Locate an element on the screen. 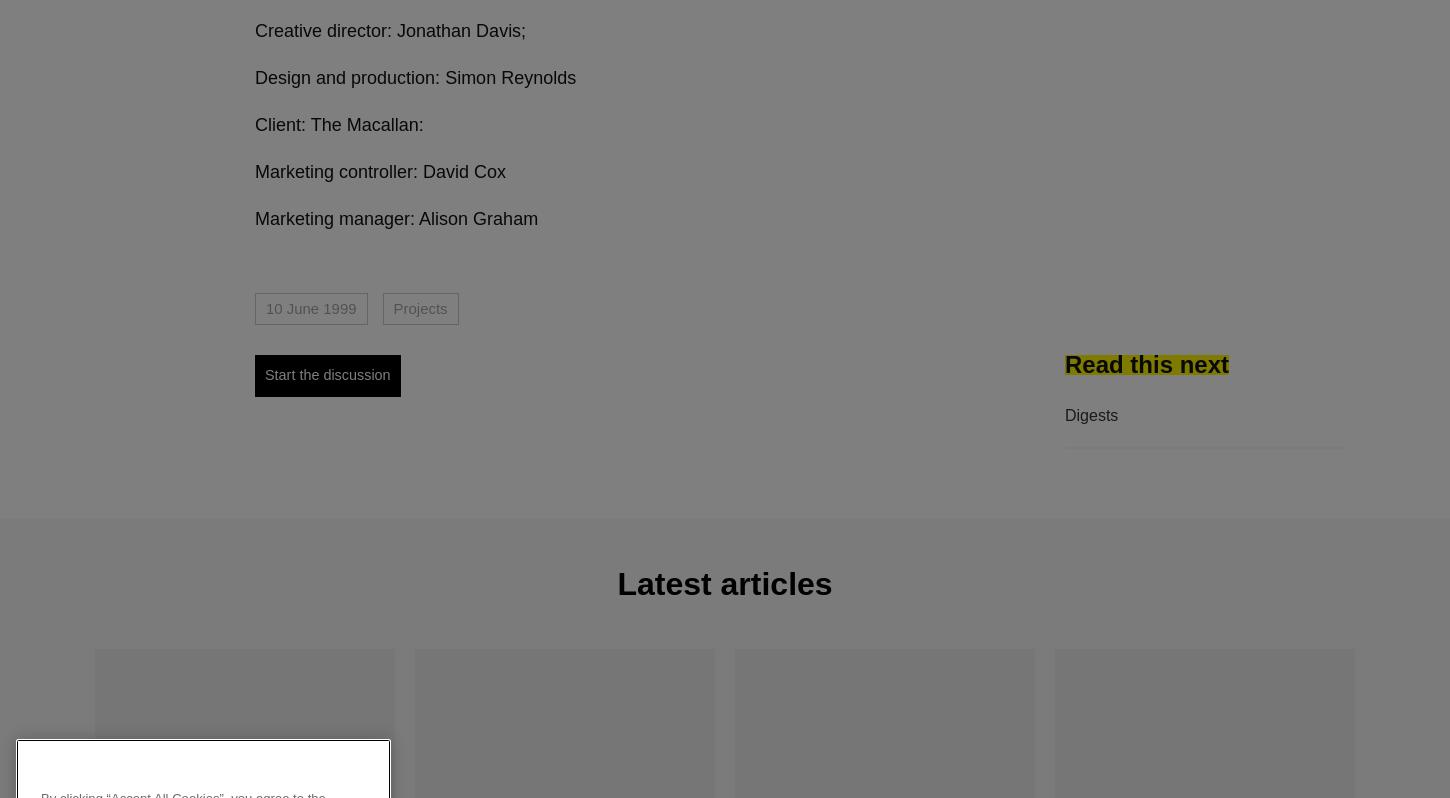 The width and height of the screenshot is (1450, 798). 'Creative director: Jonathan Davis;' is located at coordinates (389, 30).